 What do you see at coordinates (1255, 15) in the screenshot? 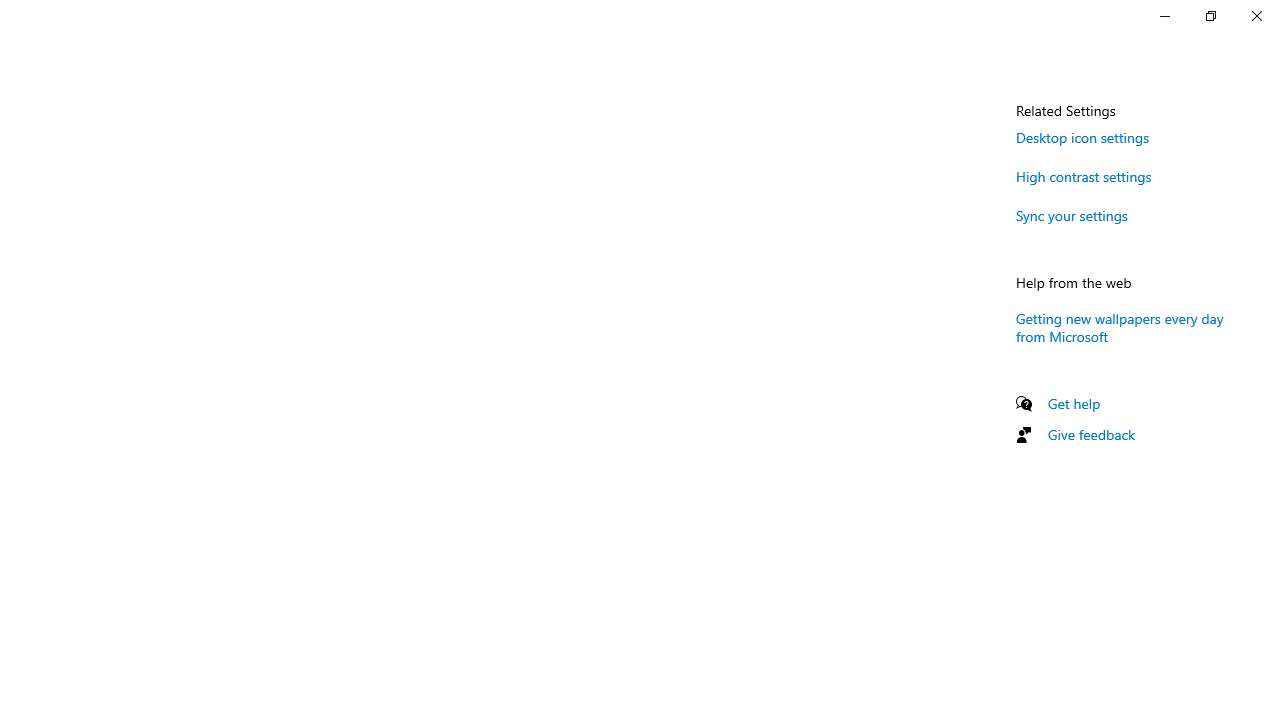
I see `'Close Settings'` at bounding box center [1255, 15].